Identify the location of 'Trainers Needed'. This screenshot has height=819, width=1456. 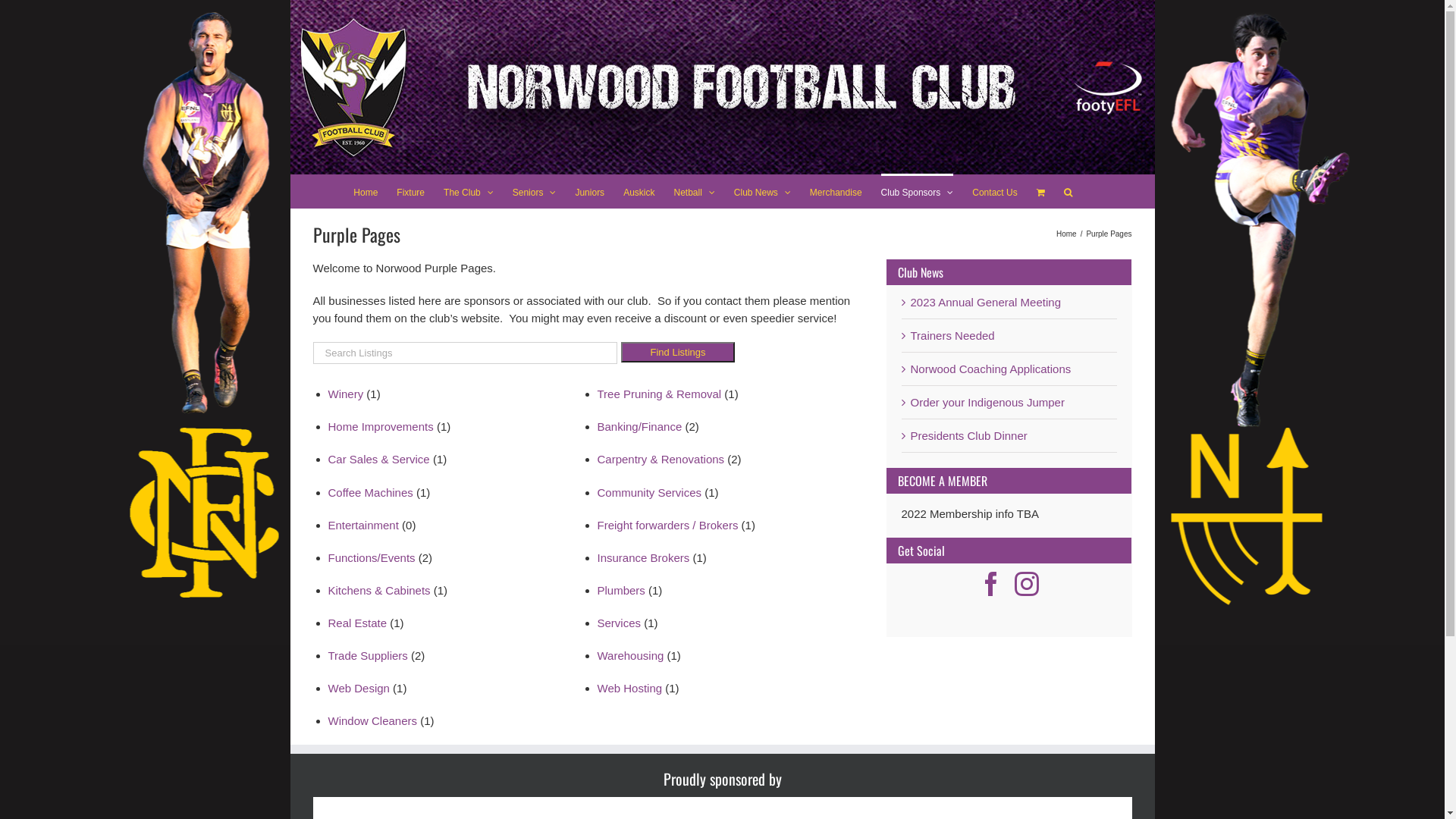
(951, 334).